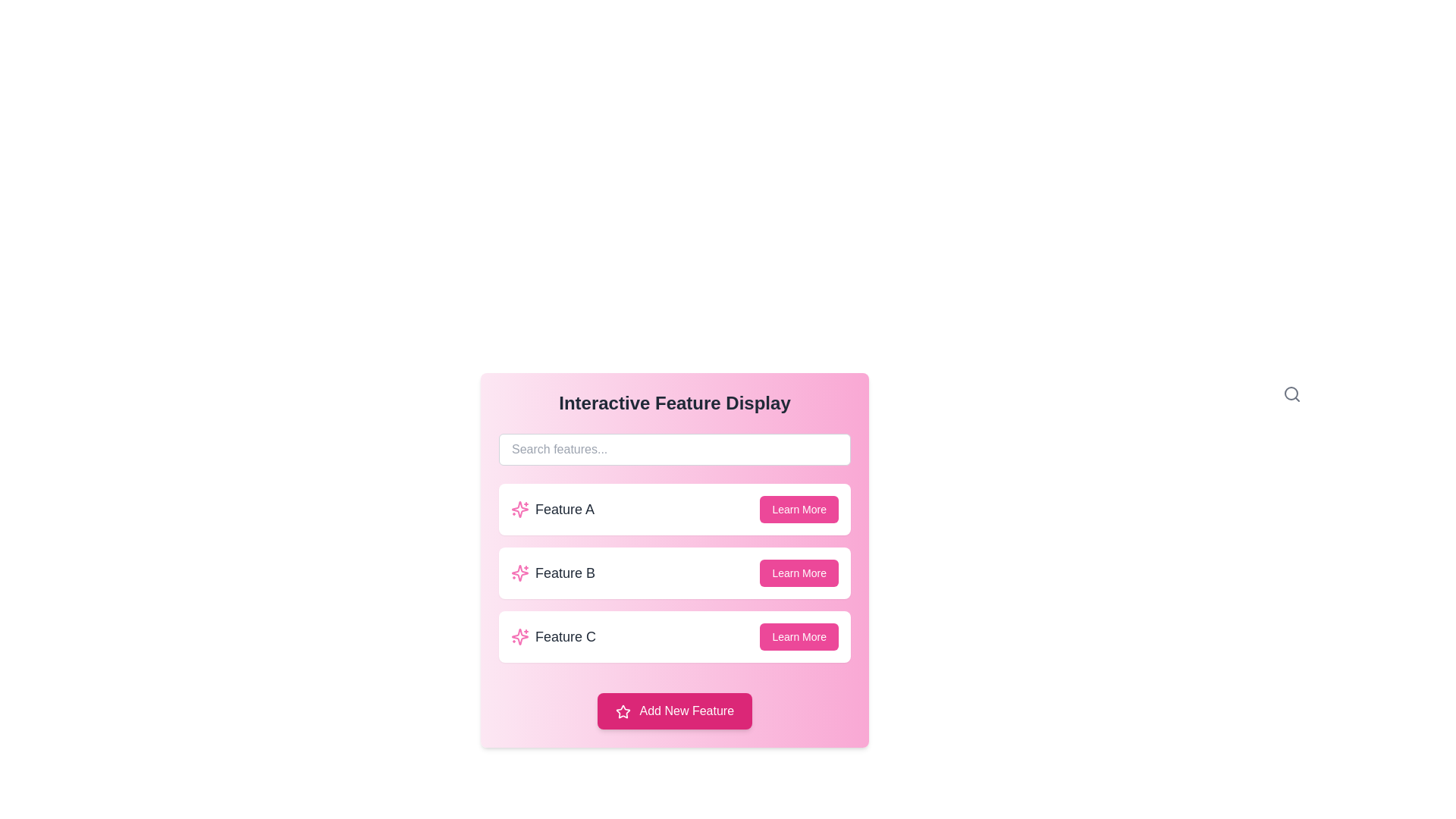 This screenshot has height=819, width=1456. Describe the element at coordinates (673, 711) in the screenshot. I see `the rectangular button with a pink background labeled 'Add New Feature'` at that location.